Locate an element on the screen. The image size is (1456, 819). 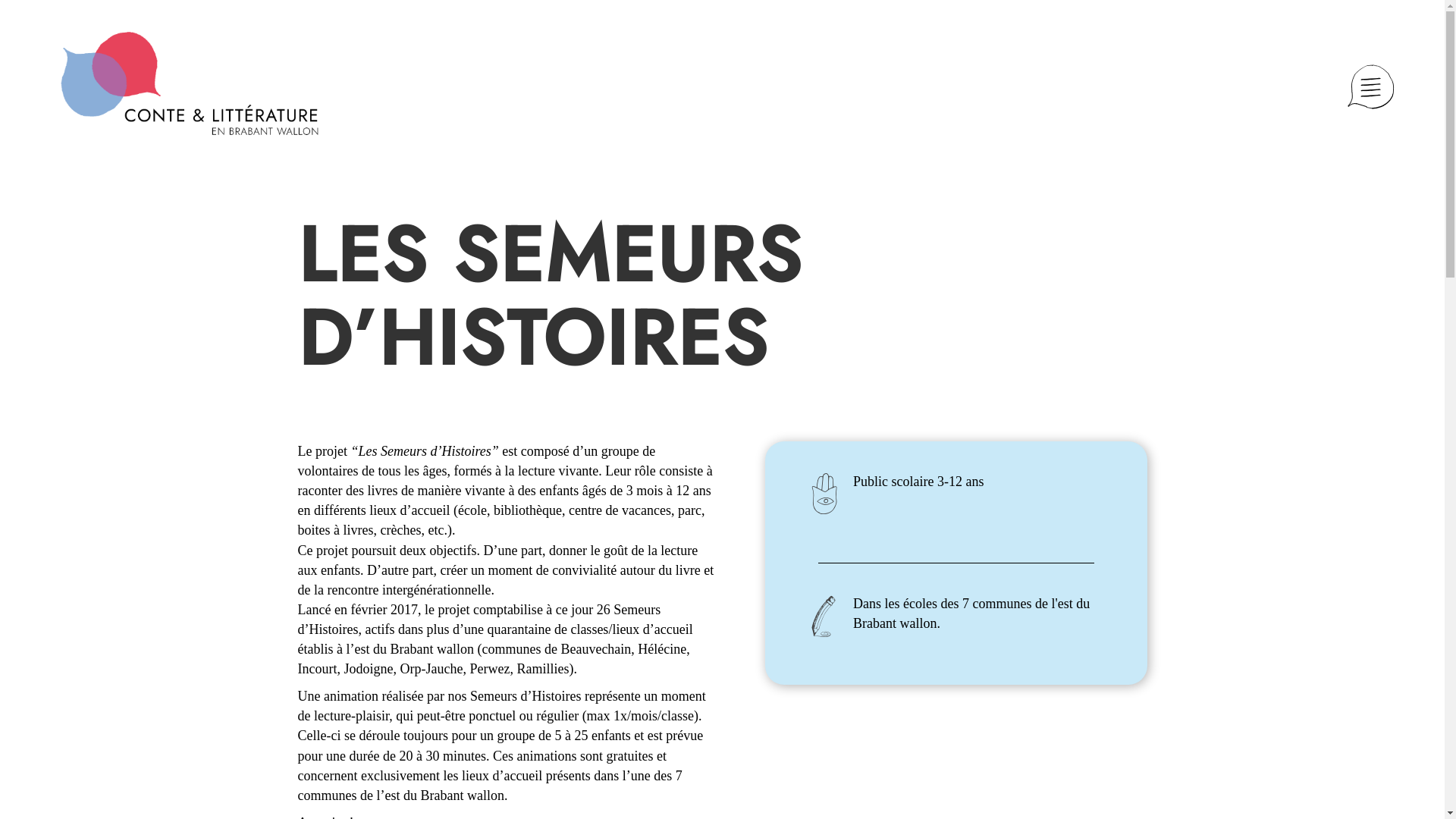
'CC_Logo_couleur_horiz' is located at coordinates (188, 83).